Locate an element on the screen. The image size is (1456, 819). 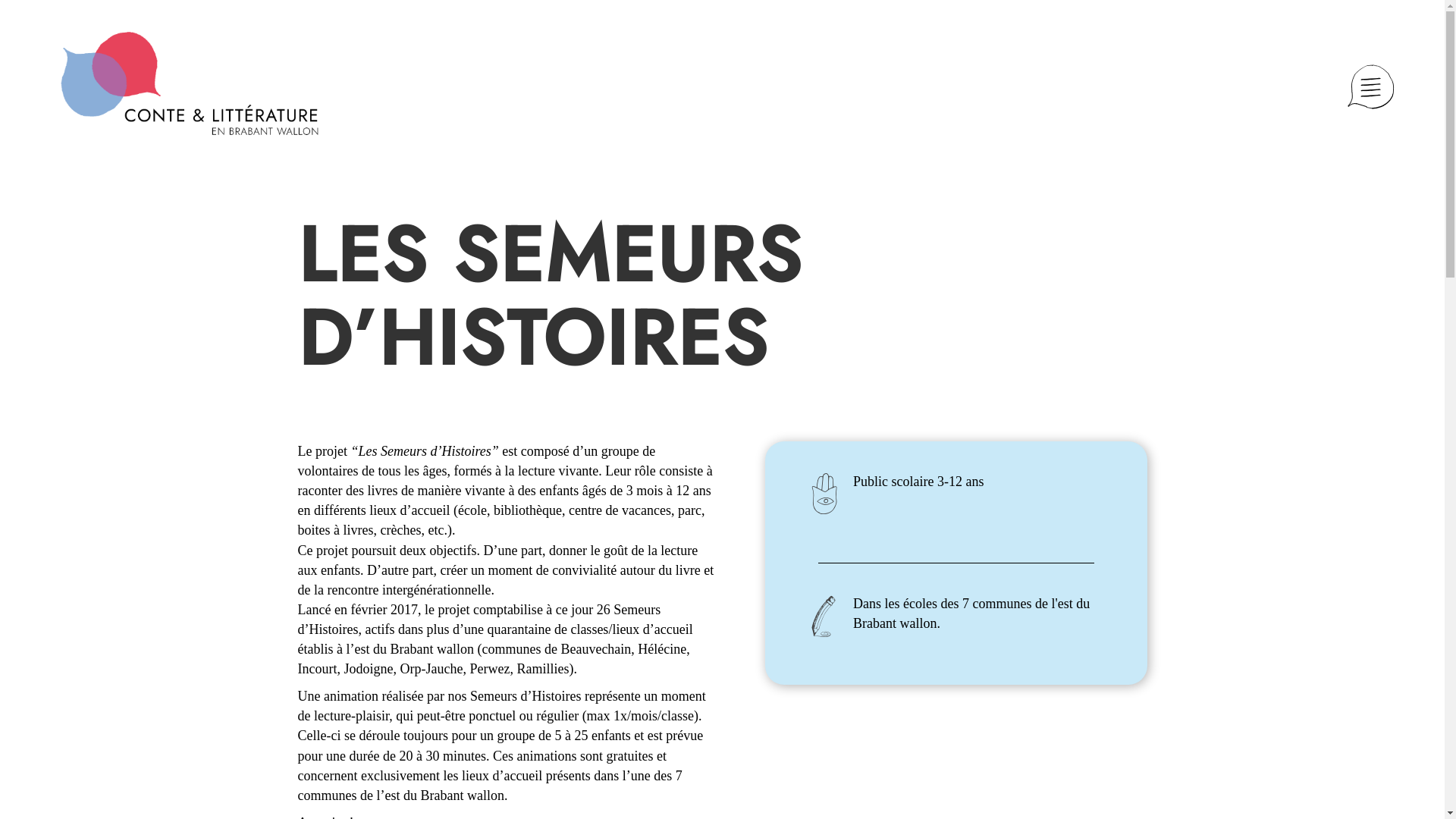
'CC_Logo_couleur_horiz' is located at coordinates (188, 83).